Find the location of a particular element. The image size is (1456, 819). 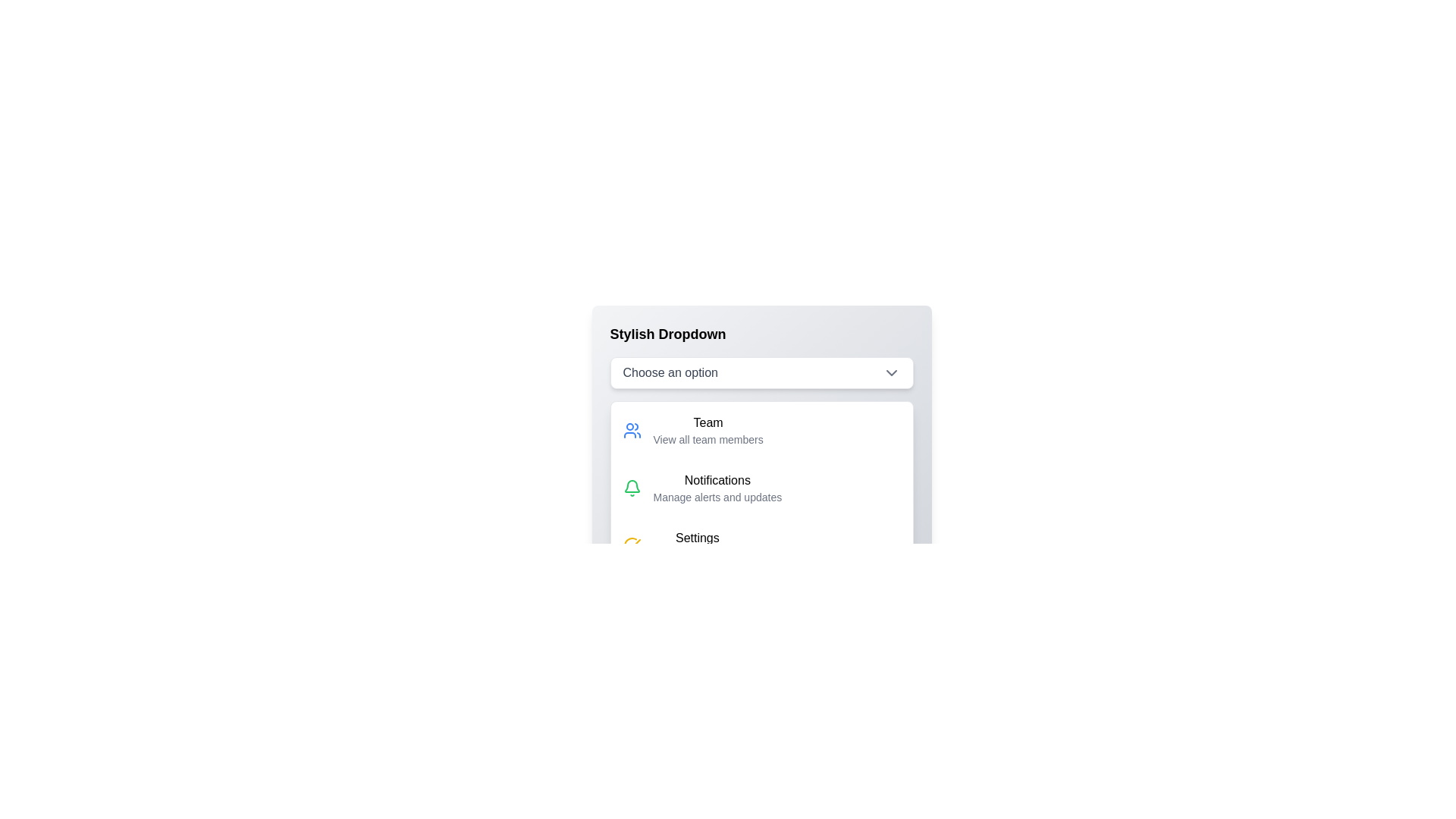

the static text that provides additional information related to 'Team', located underneath the heading 'Team' within a dropdown-like component is located at coordinates (708, 439).